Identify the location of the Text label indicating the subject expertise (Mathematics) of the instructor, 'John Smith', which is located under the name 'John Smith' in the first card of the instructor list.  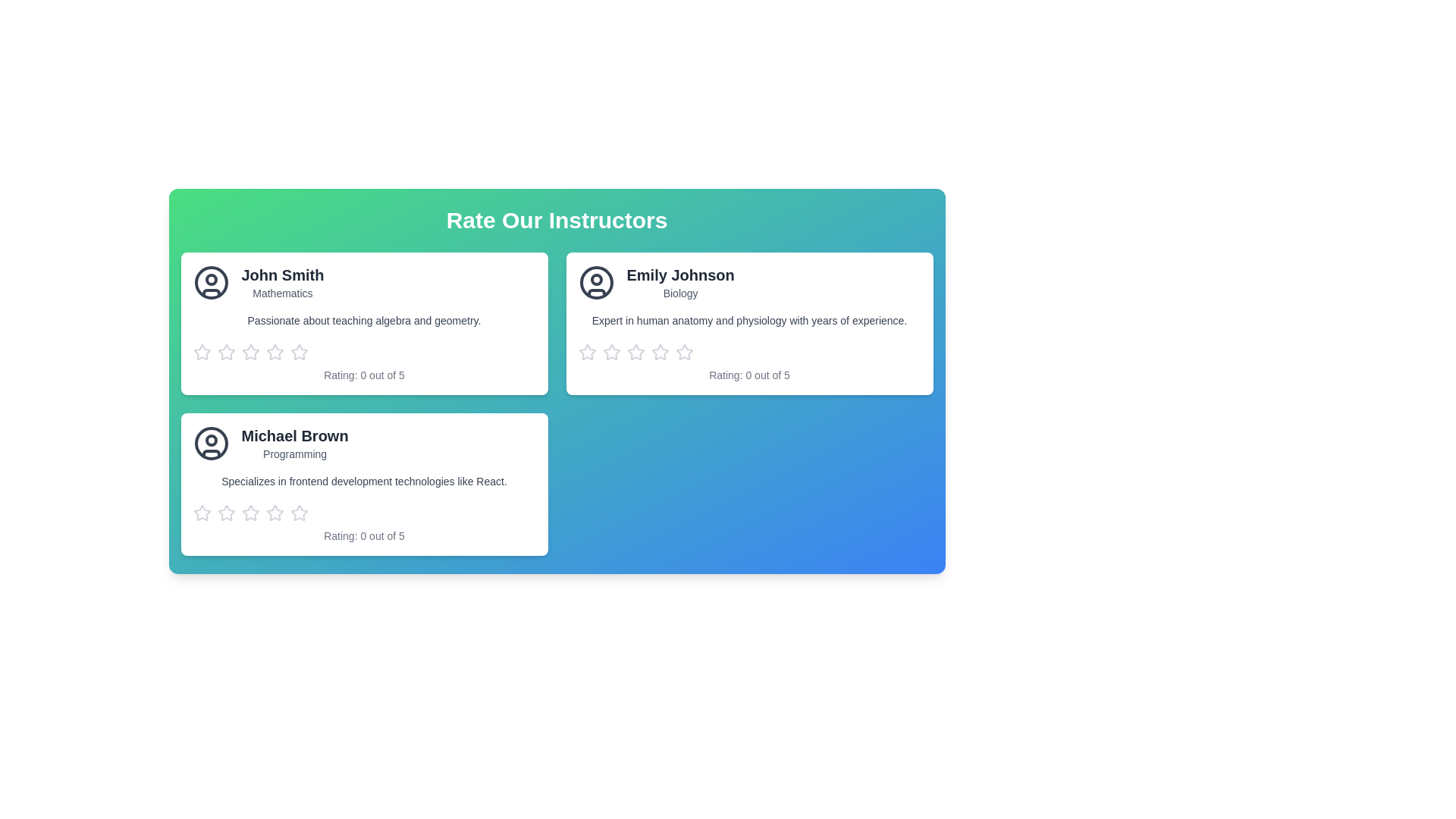
(282, 293).